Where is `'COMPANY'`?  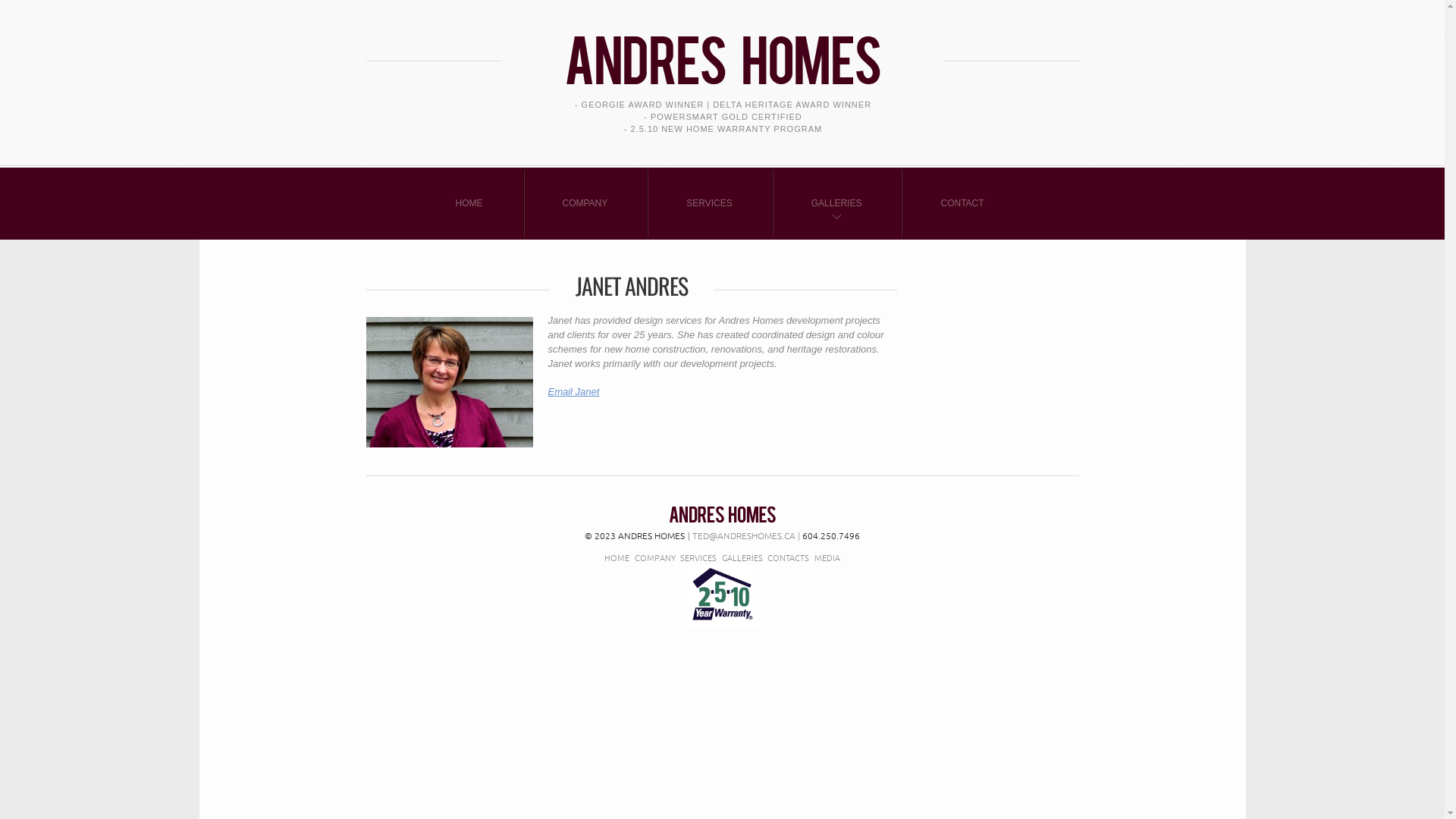 'COMPANY' is located at coordinates (585, 202).